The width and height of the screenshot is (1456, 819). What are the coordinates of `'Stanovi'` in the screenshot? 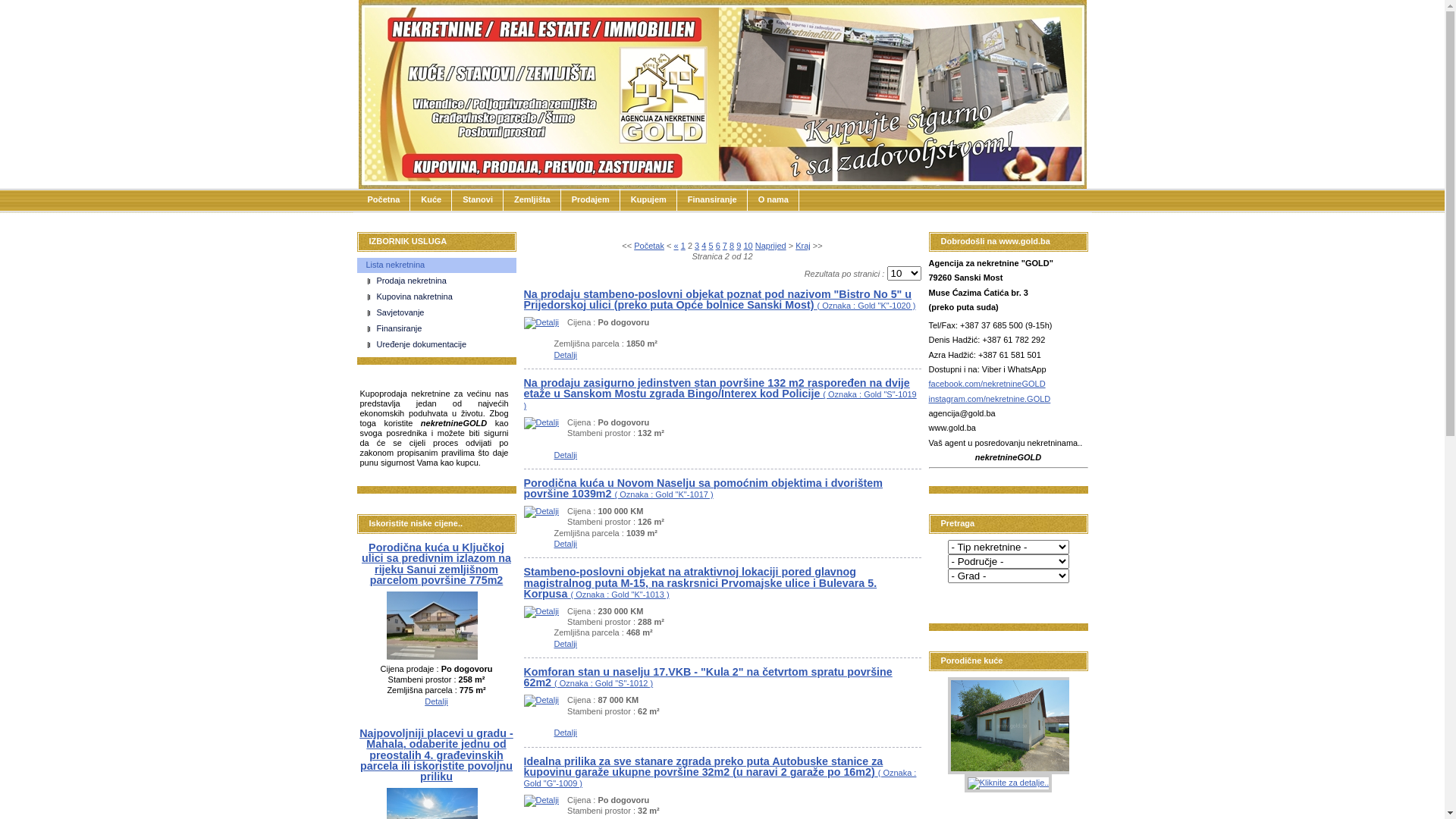 It's located at (476, 199).